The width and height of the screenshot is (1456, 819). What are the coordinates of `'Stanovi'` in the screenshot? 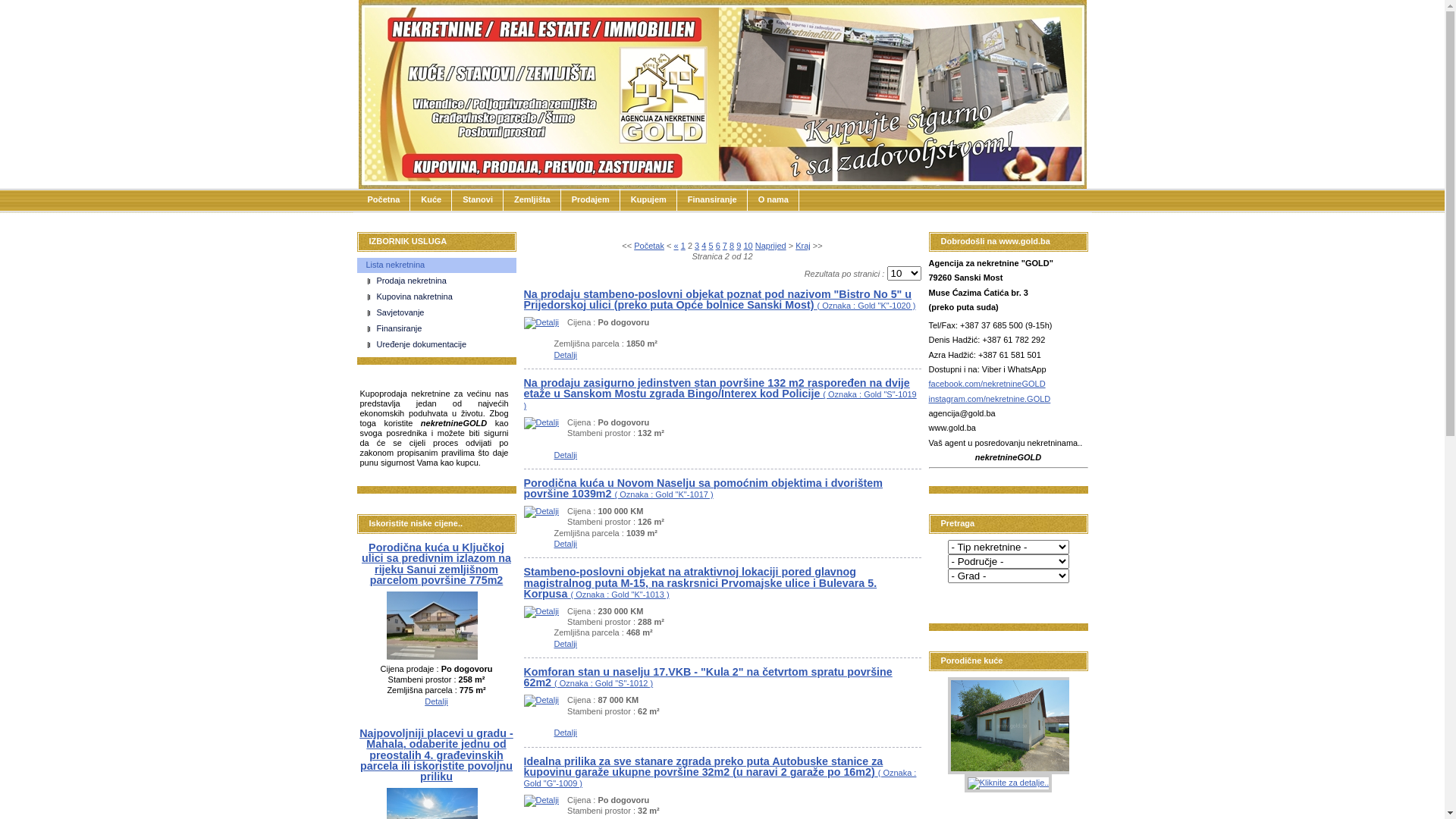 It's located at (476, 199).